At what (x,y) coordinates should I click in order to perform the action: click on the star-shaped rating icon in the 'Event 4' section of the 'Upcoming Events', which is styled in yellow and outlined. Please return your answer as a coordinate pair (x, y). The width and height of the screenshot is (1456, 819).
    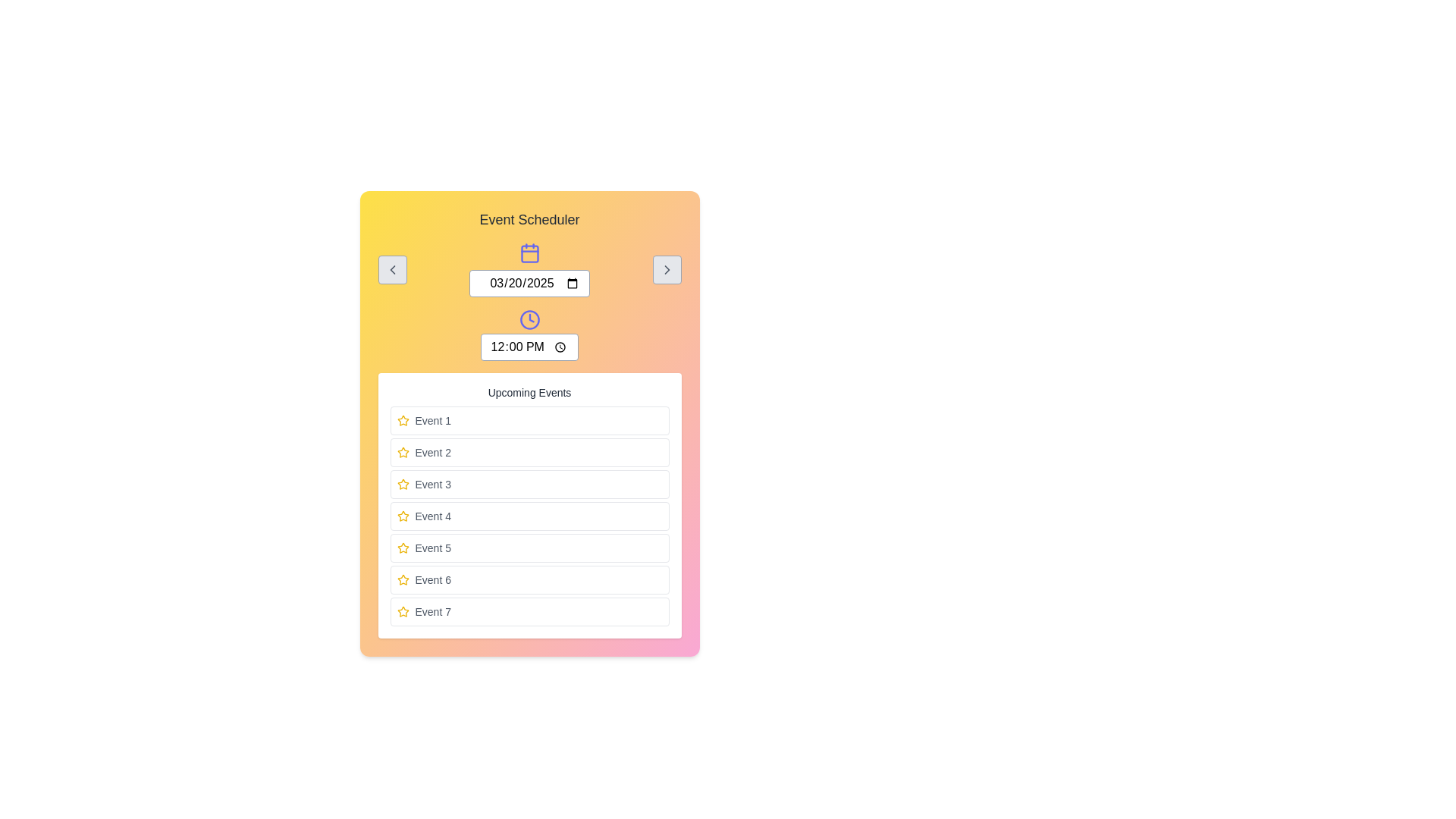
    Looking at the image, I should click on (403, 516).